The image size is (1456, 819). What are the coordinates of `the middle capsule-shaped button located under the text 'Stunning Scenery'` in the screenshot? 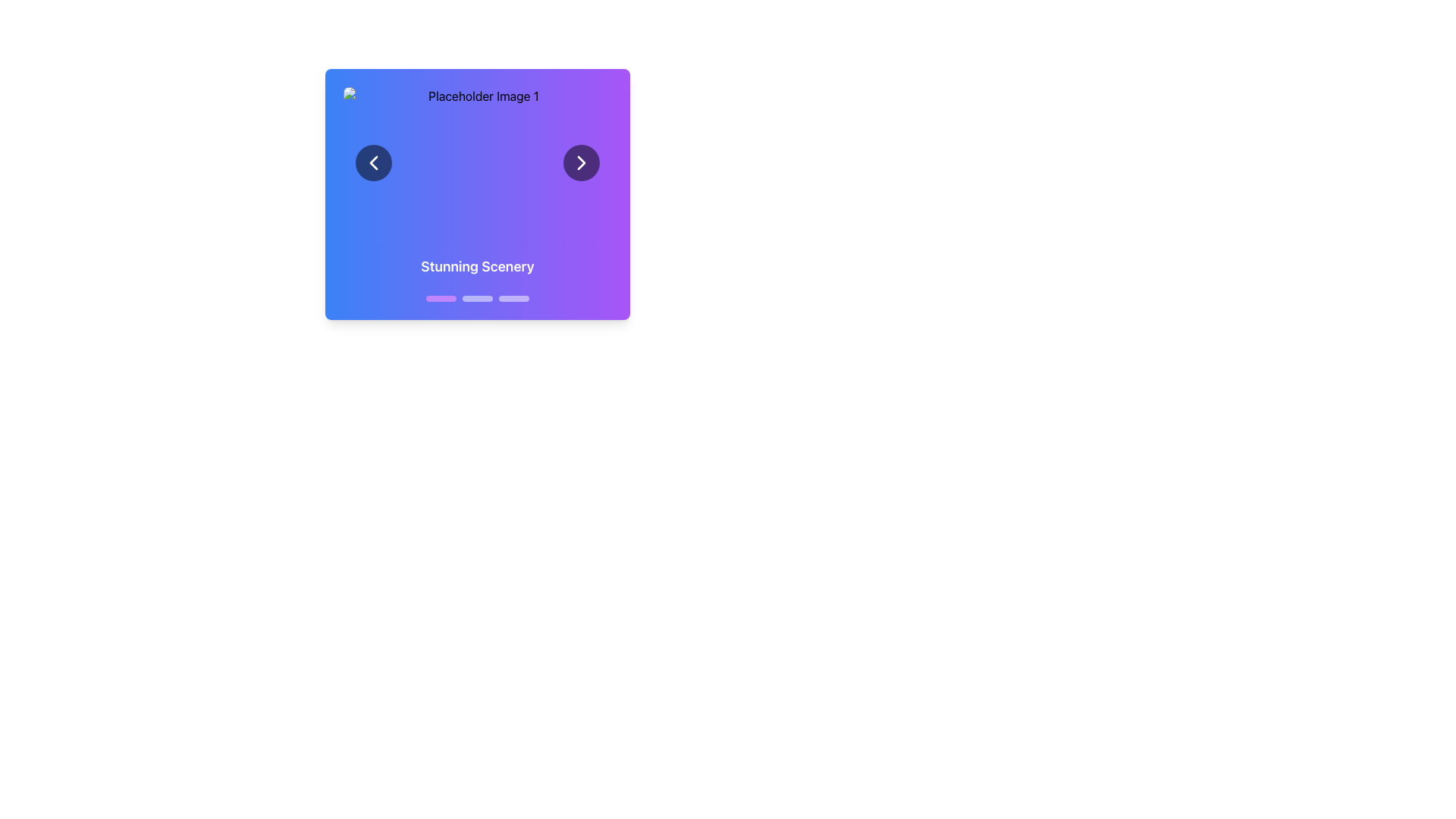 It's located at (476, 298).